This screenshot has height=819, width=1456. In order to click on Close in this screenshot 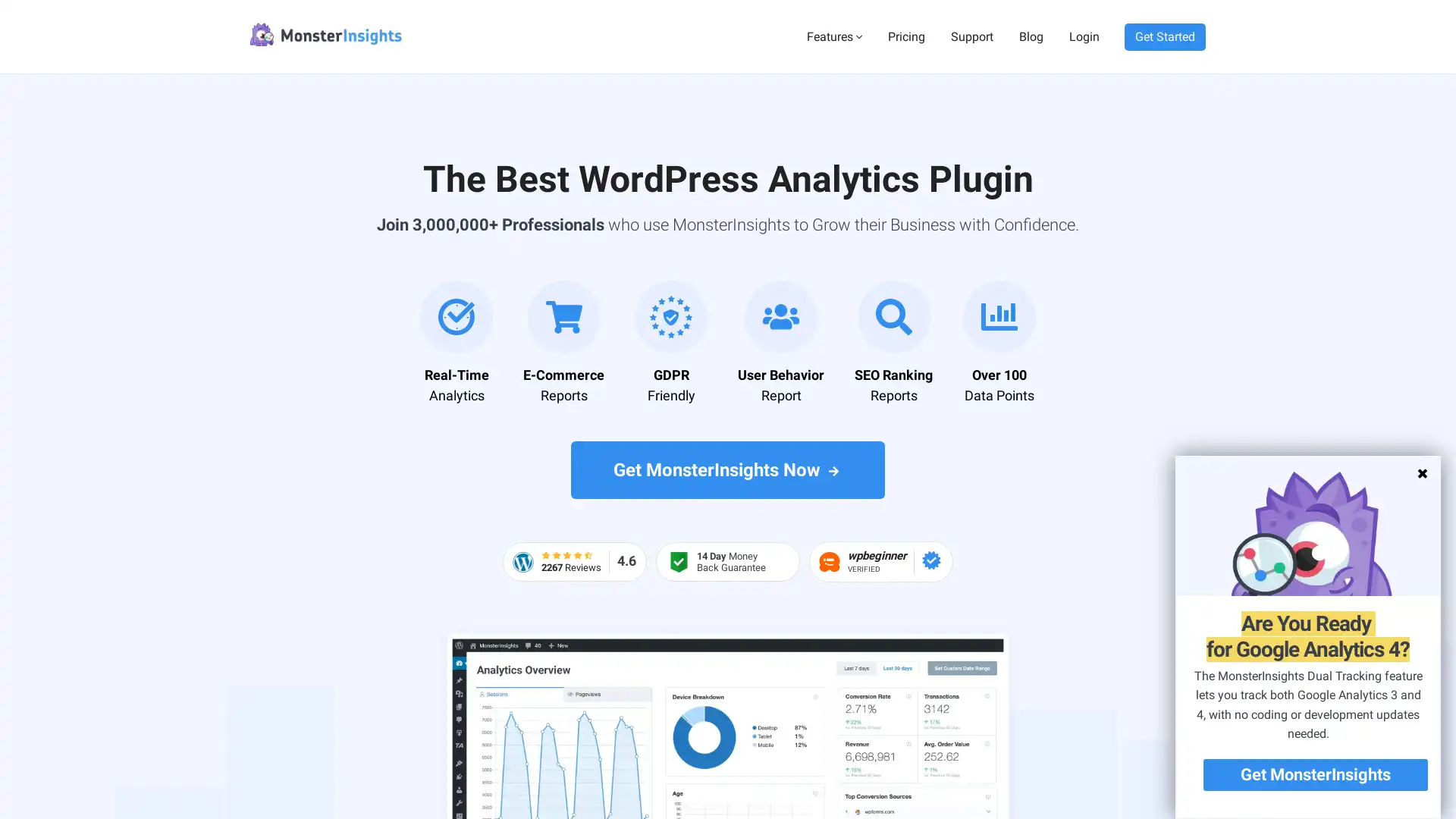, I will do `click(1420, 472)`.